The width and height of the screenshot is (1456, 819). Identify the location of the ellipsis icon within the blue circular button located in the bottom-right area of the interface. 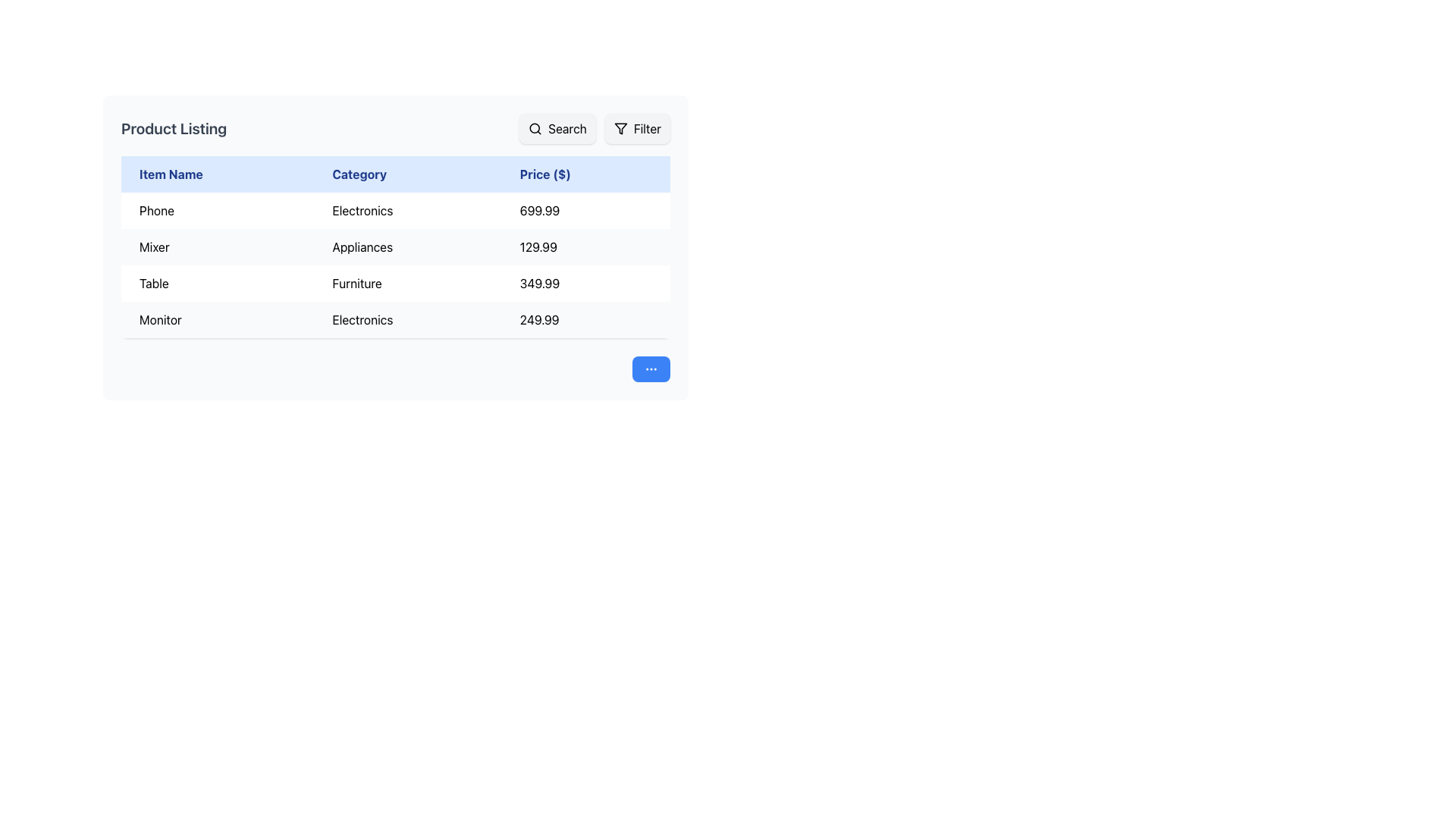
(651, 369).